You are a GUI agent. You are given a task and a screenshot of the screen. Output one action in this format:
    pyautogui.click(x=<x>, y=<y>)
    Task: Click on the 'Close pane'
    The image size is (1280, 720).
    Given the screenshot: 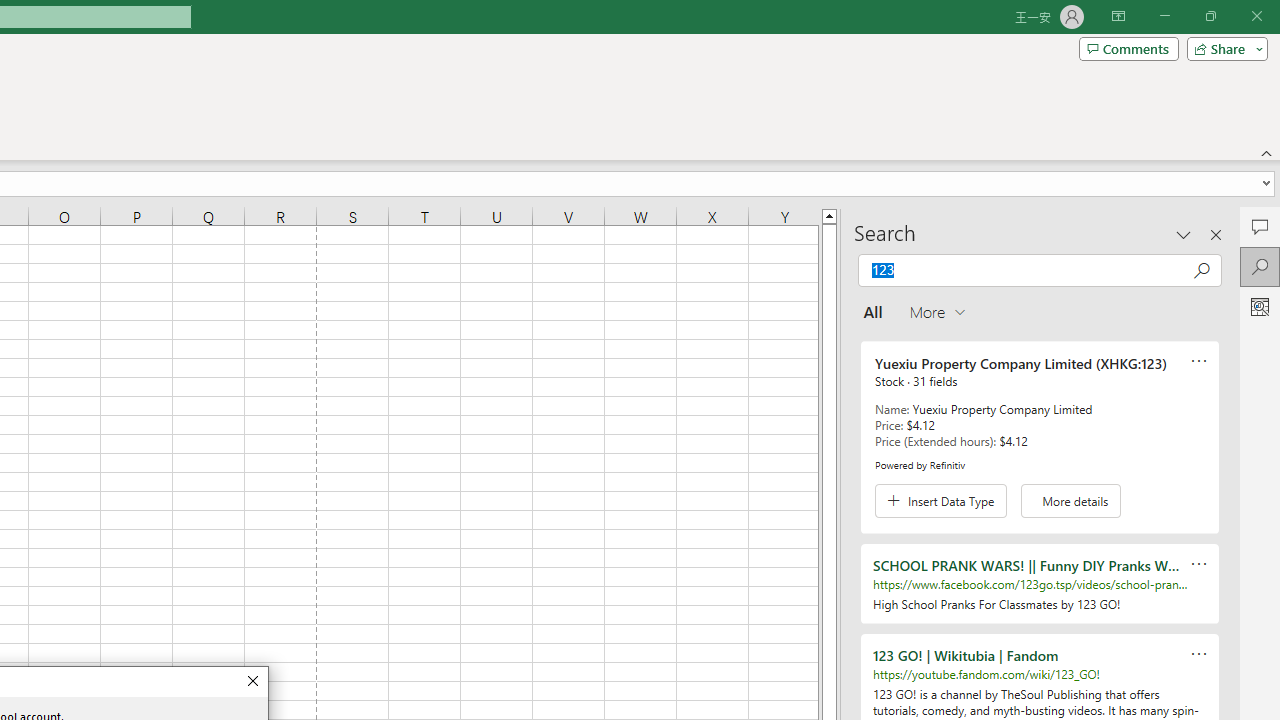 What is the action you would take?
    pyautogui.click(x=1215, y=234)
    